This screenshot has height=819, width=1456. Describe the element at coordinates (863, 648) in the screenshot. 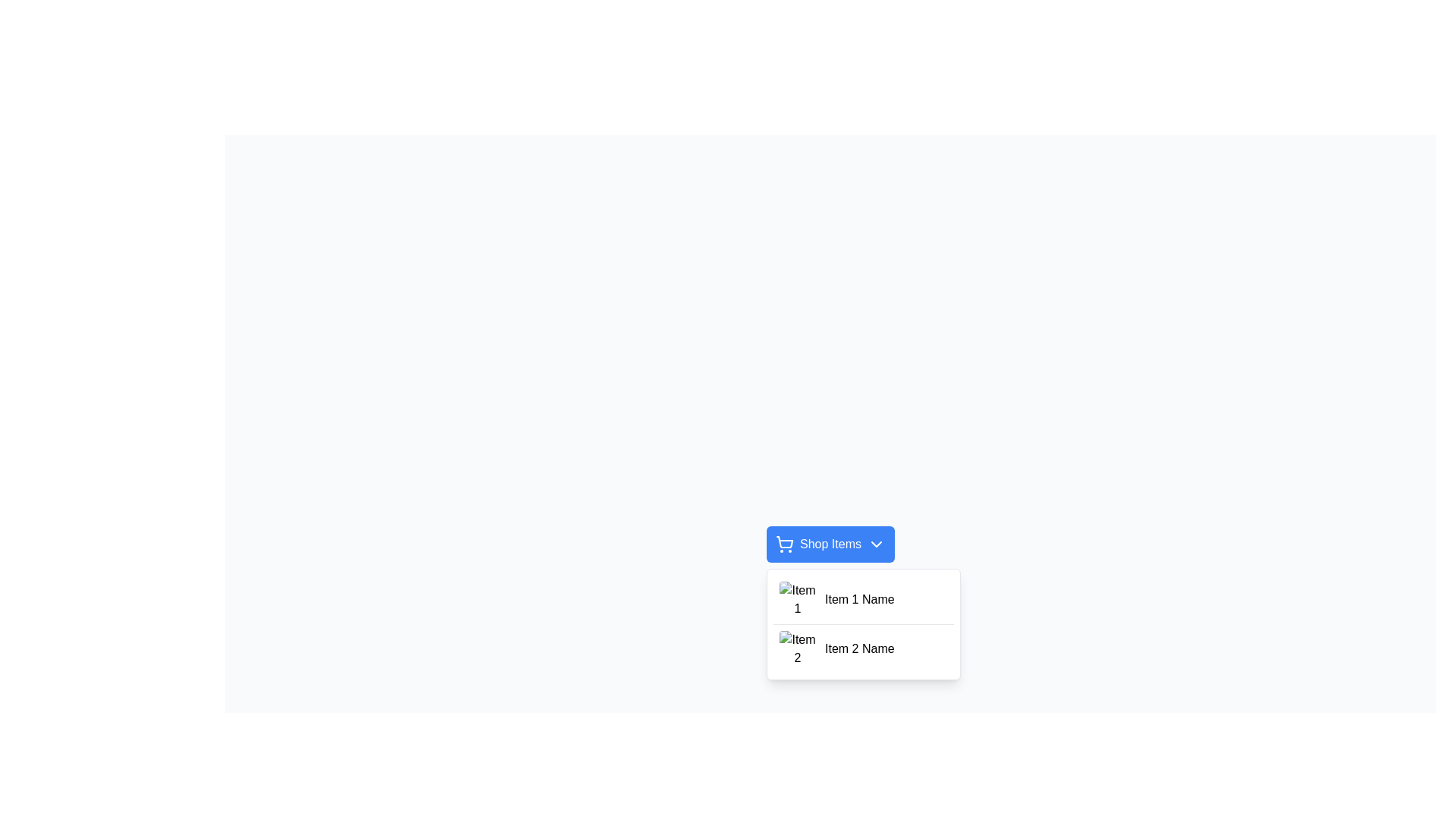

I see `the second list item labeled 'Item 2 Name'` at that location.